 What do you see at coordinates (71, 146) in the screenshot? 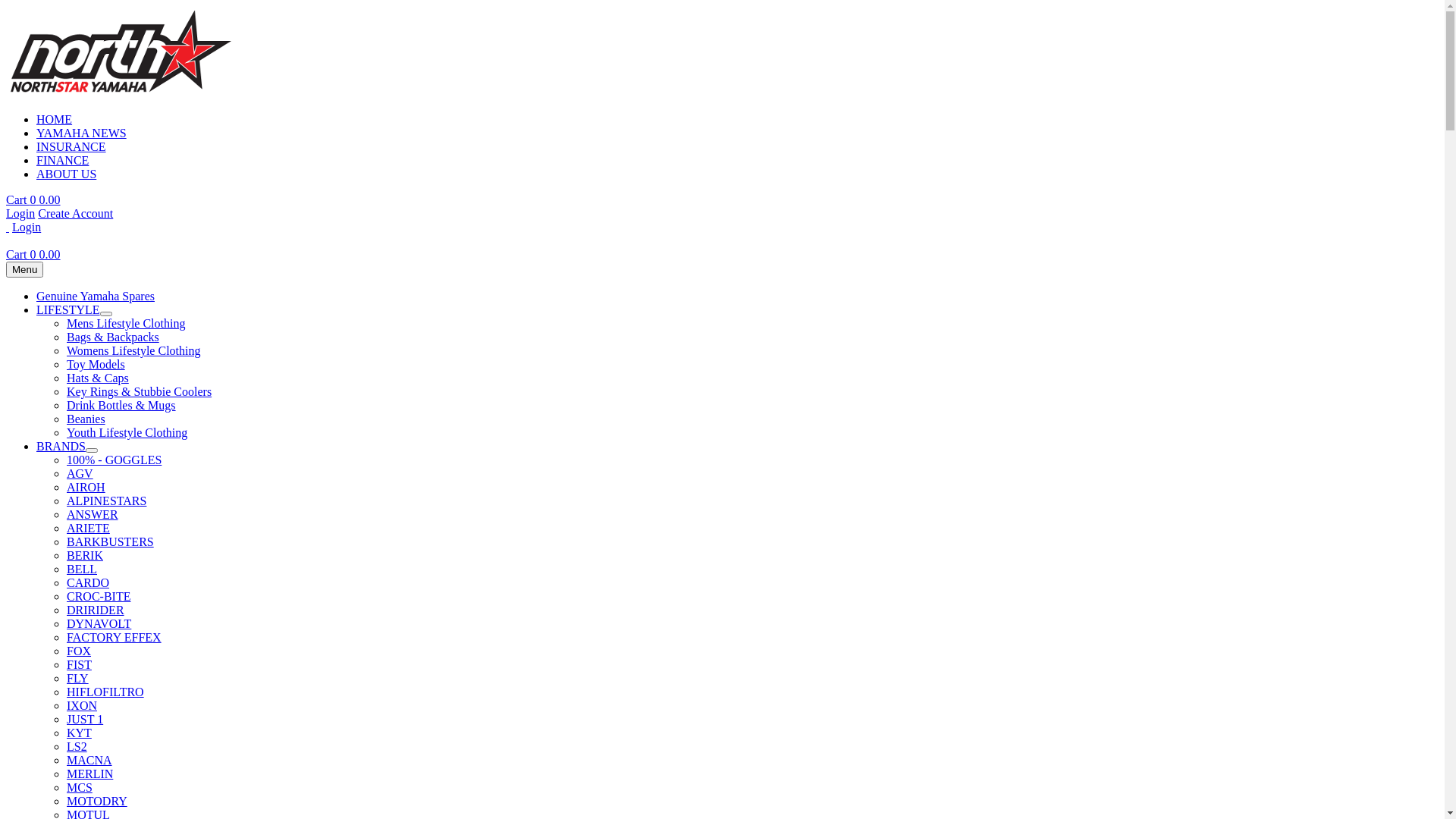
I see `'INSURANCE'` at bounding box center [71, 146].